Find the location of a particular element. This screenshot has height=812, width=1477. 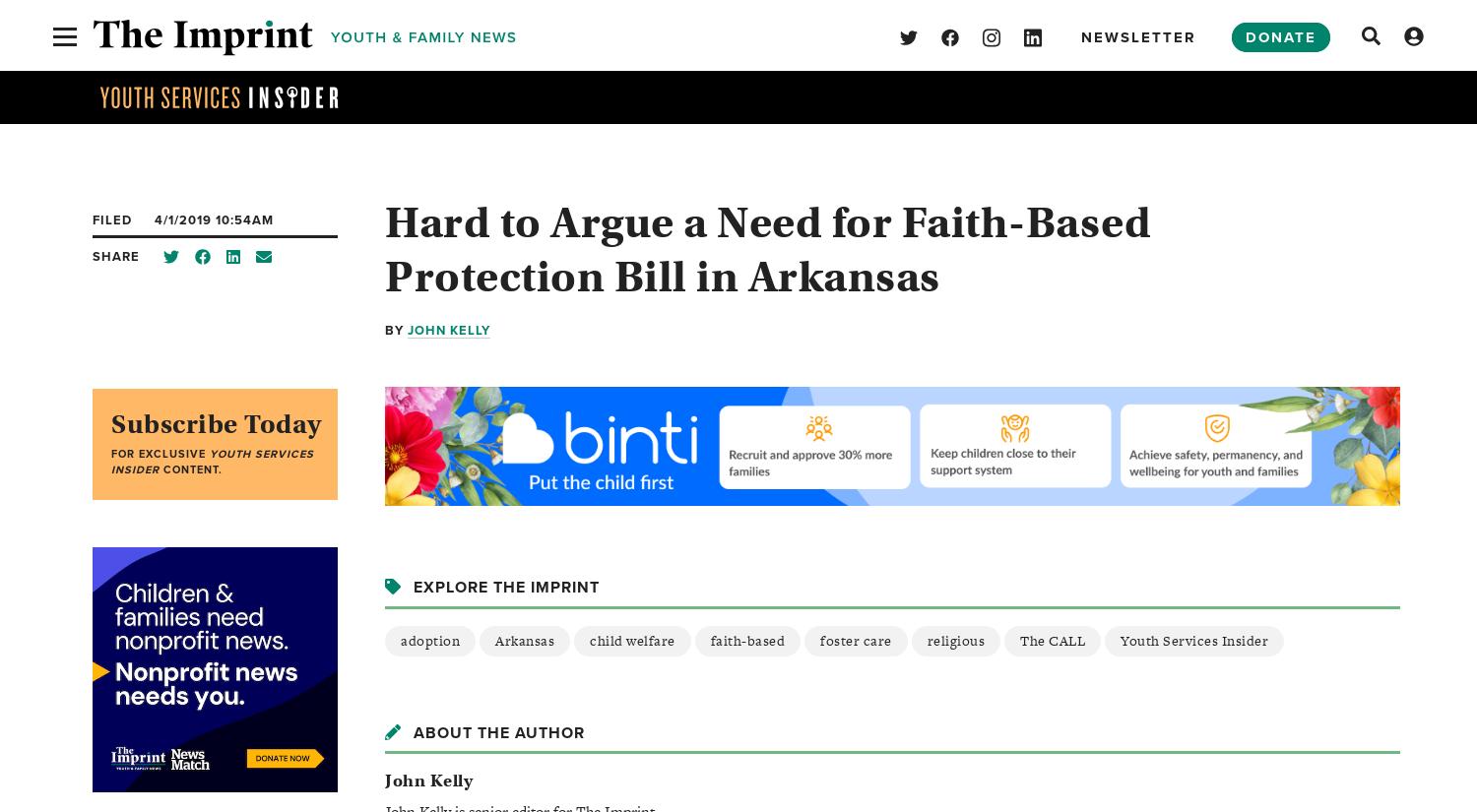

'Filed' is located at coordinates (111, 219).